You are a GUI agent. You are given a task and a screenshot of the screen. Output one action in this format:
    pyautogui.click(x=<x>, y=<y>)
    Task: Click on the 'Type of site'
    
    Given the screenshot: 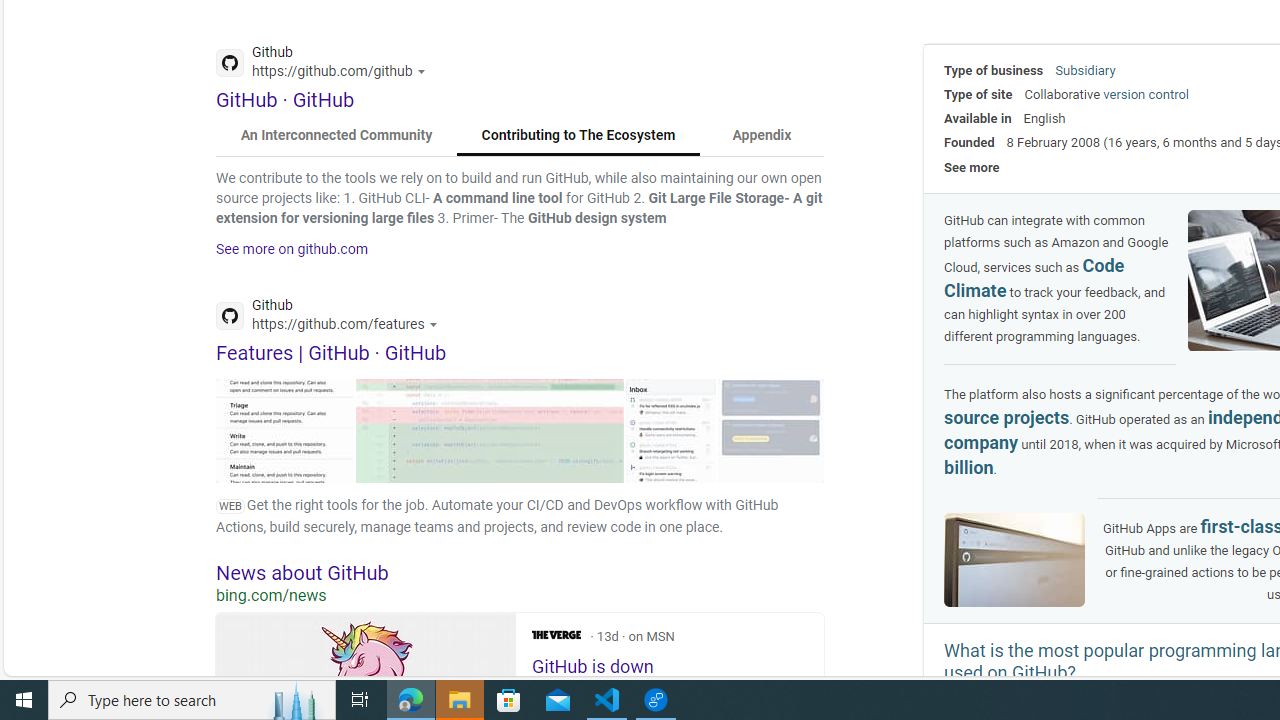 What is the action you would take?
    pyautogui.click(x=978, y=94)
    